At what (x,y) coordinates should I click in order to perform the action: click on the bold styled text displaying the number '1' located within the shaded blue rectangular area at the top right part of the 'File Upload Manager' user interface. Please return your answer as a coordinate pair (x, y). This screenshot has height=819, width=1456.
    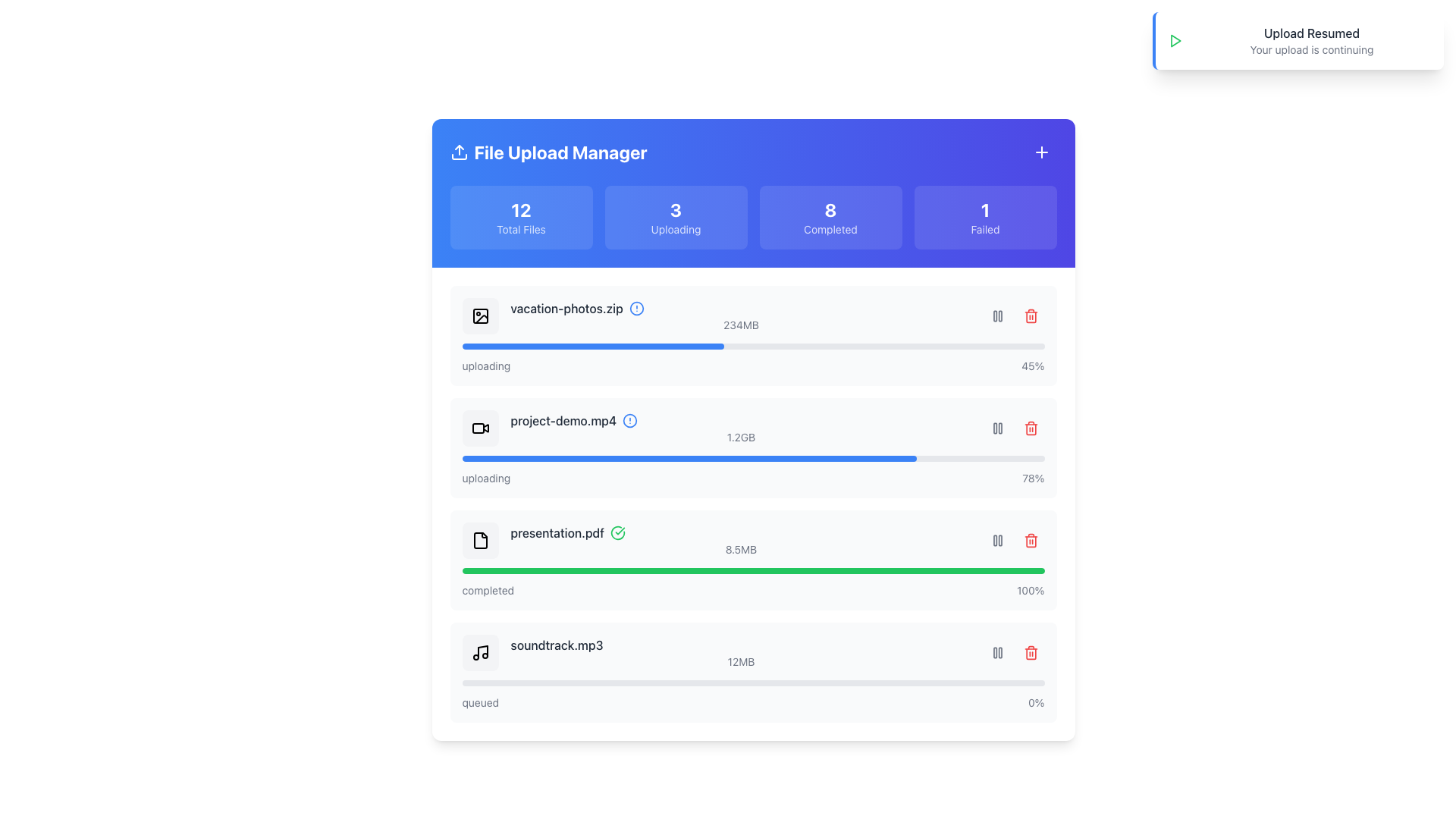
    Looking at the image, I should click on (985, 210).